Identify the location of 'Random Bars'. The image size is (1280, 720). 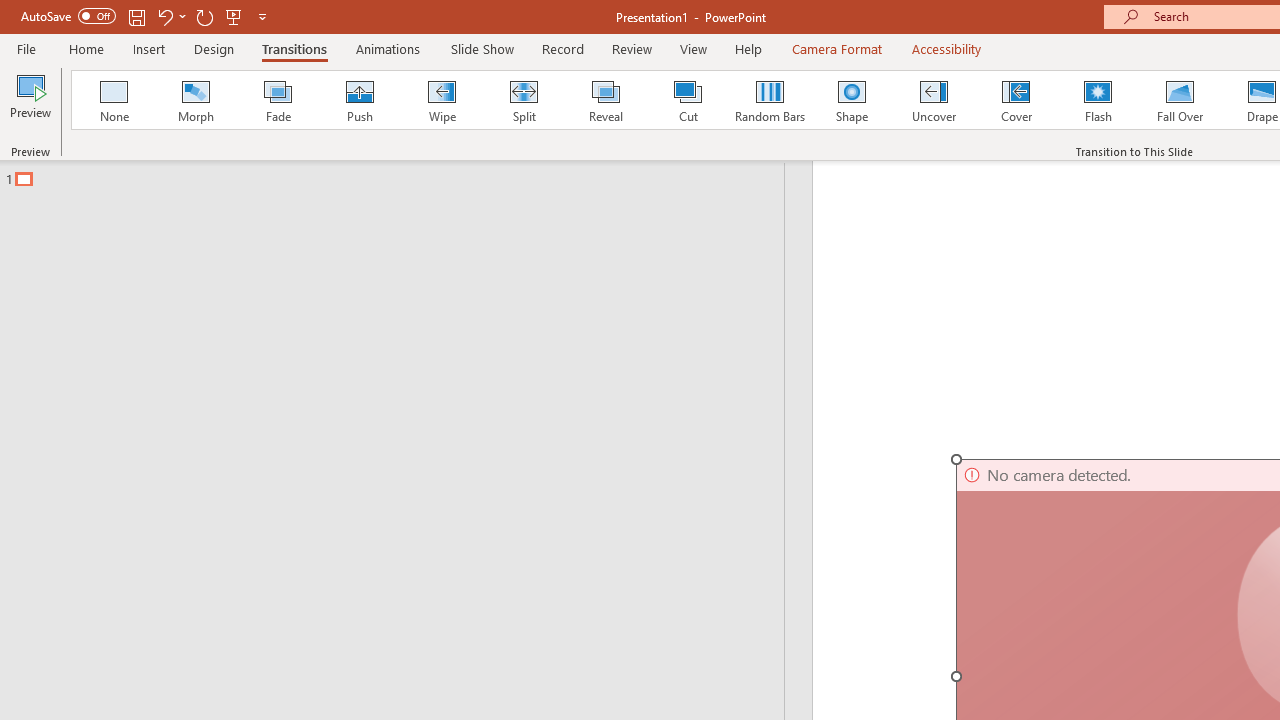
(769, 100).